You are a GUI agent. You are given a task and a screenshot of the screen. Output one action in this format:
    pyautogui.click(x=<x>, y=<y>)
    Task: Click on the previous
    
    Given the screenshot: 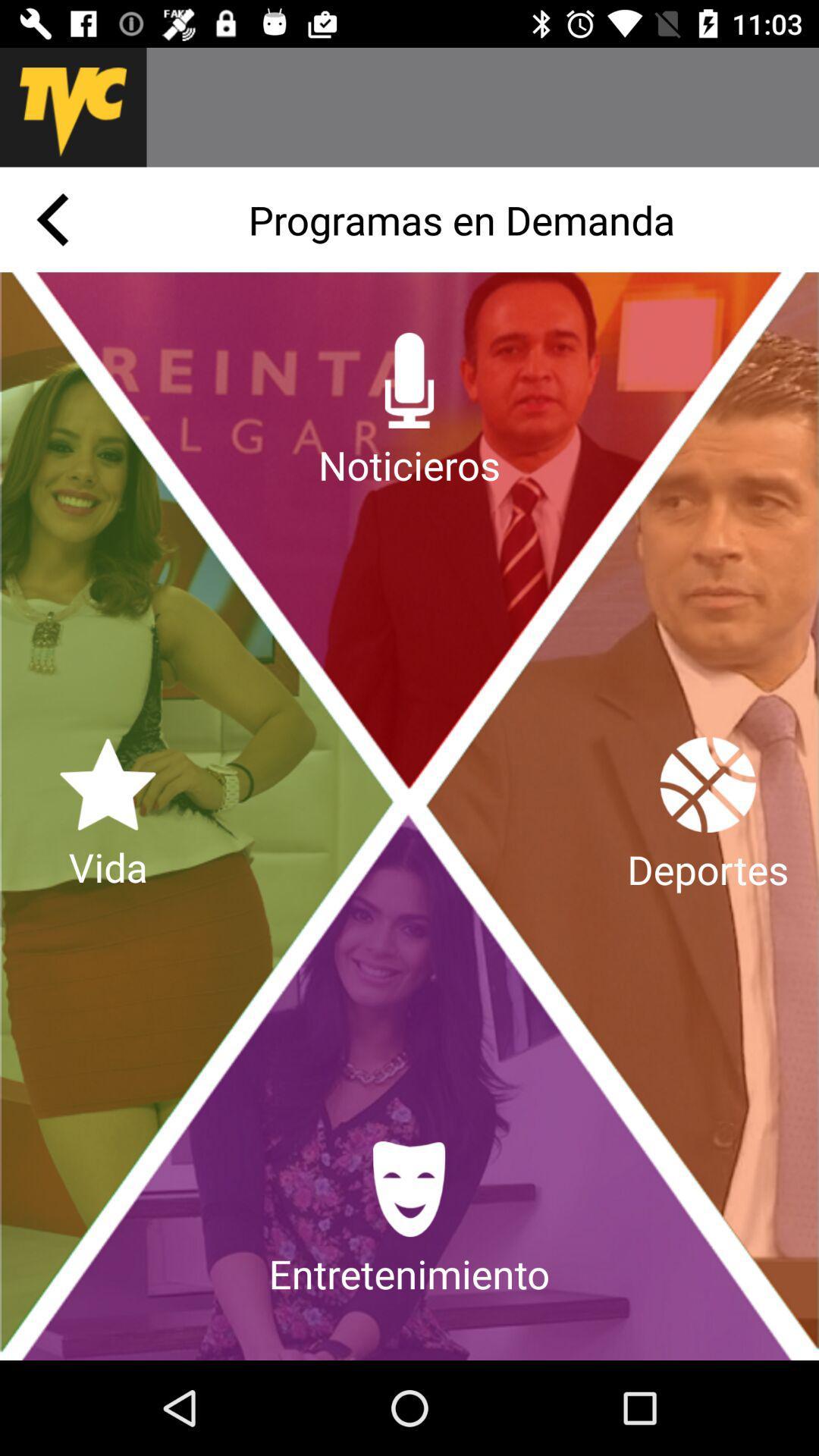 What is the action you would take?
    pyautogui.click(x=52, y=218)
    